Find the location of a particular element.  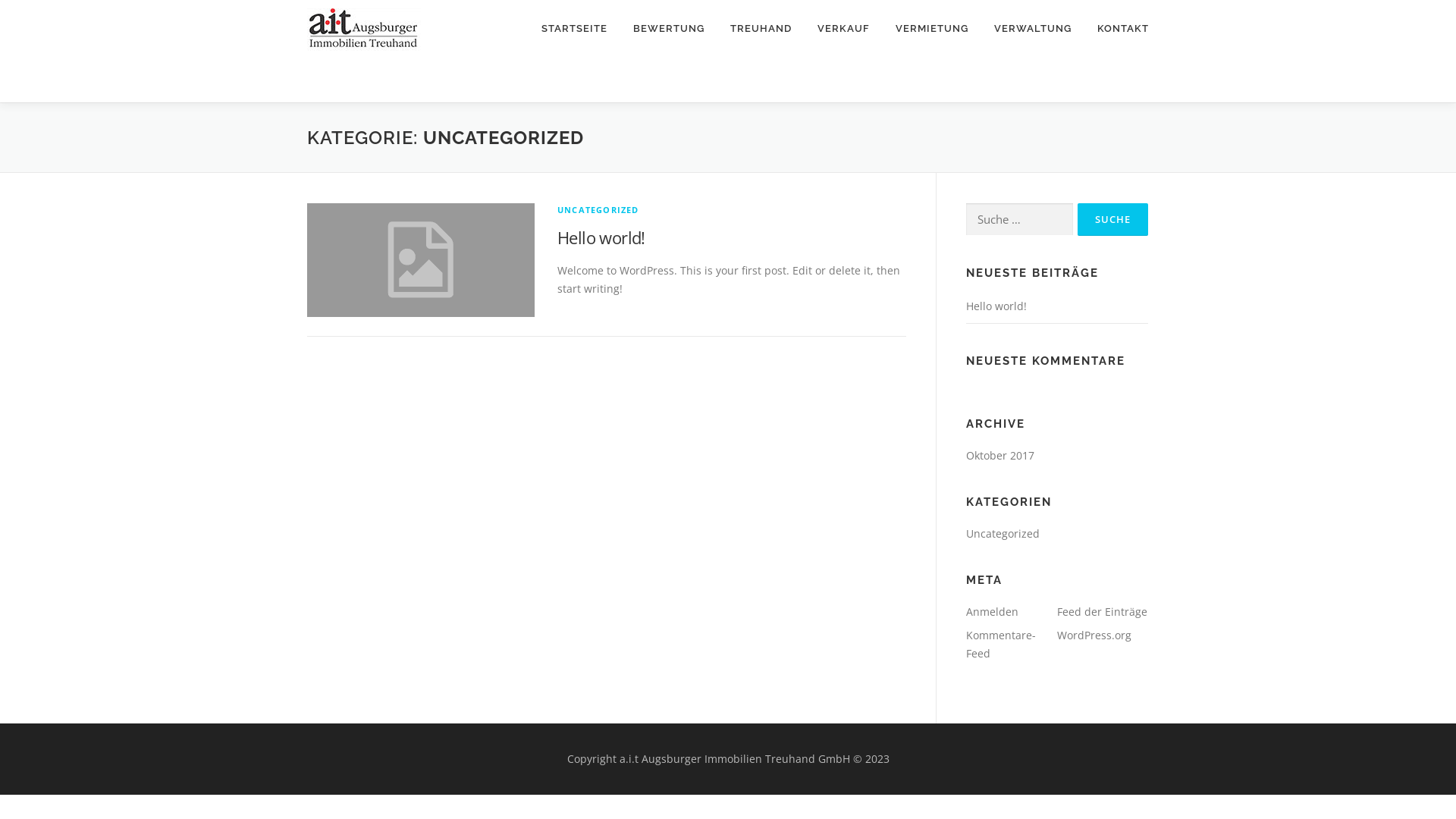

'Suche' is located at coordinates (1076, 219).